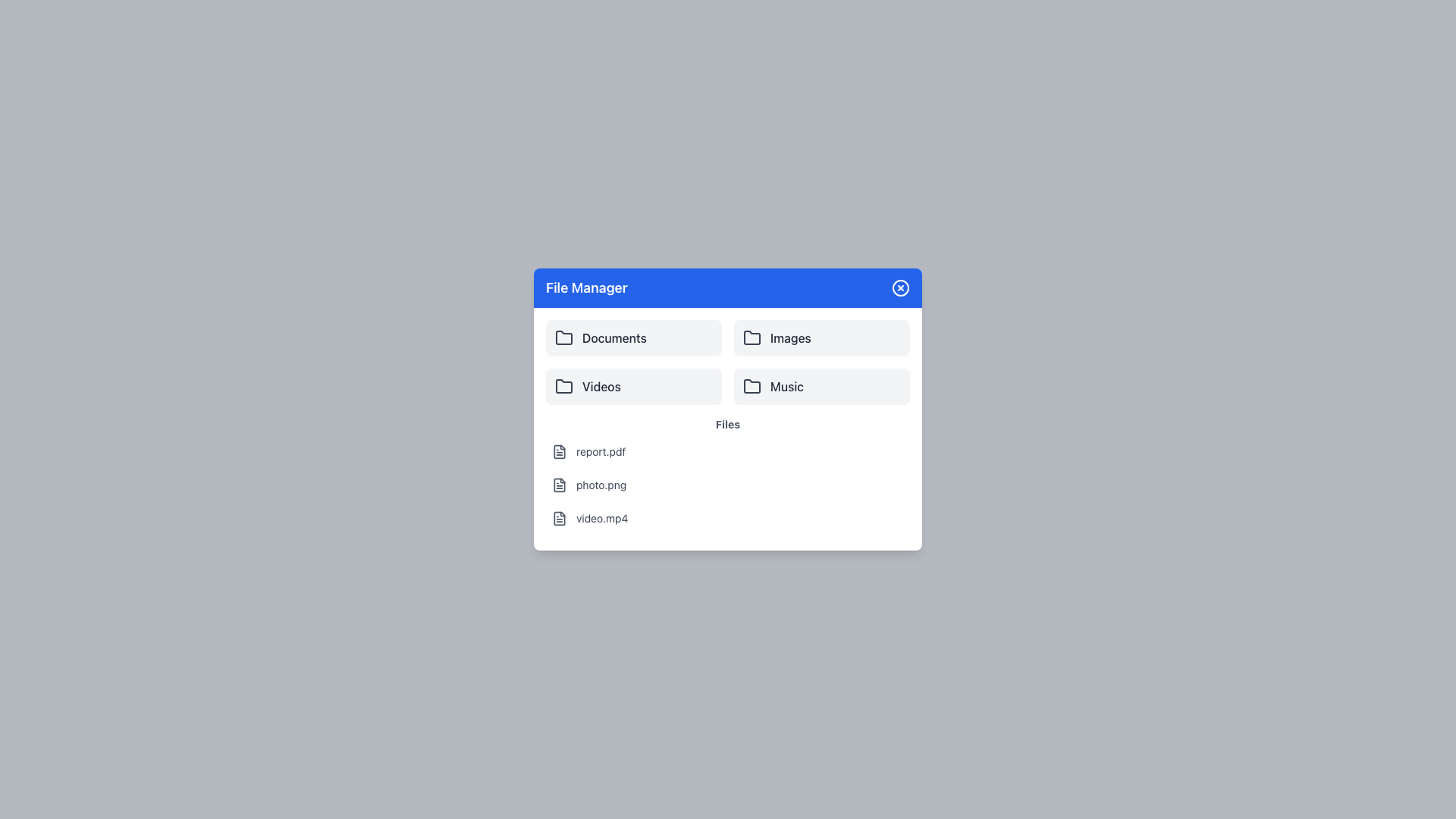 The image size is (1456, 819). I want to click on the 'Images' folder icon located on the left side of the 'Images' group in the File Manager, so click(752, 337).